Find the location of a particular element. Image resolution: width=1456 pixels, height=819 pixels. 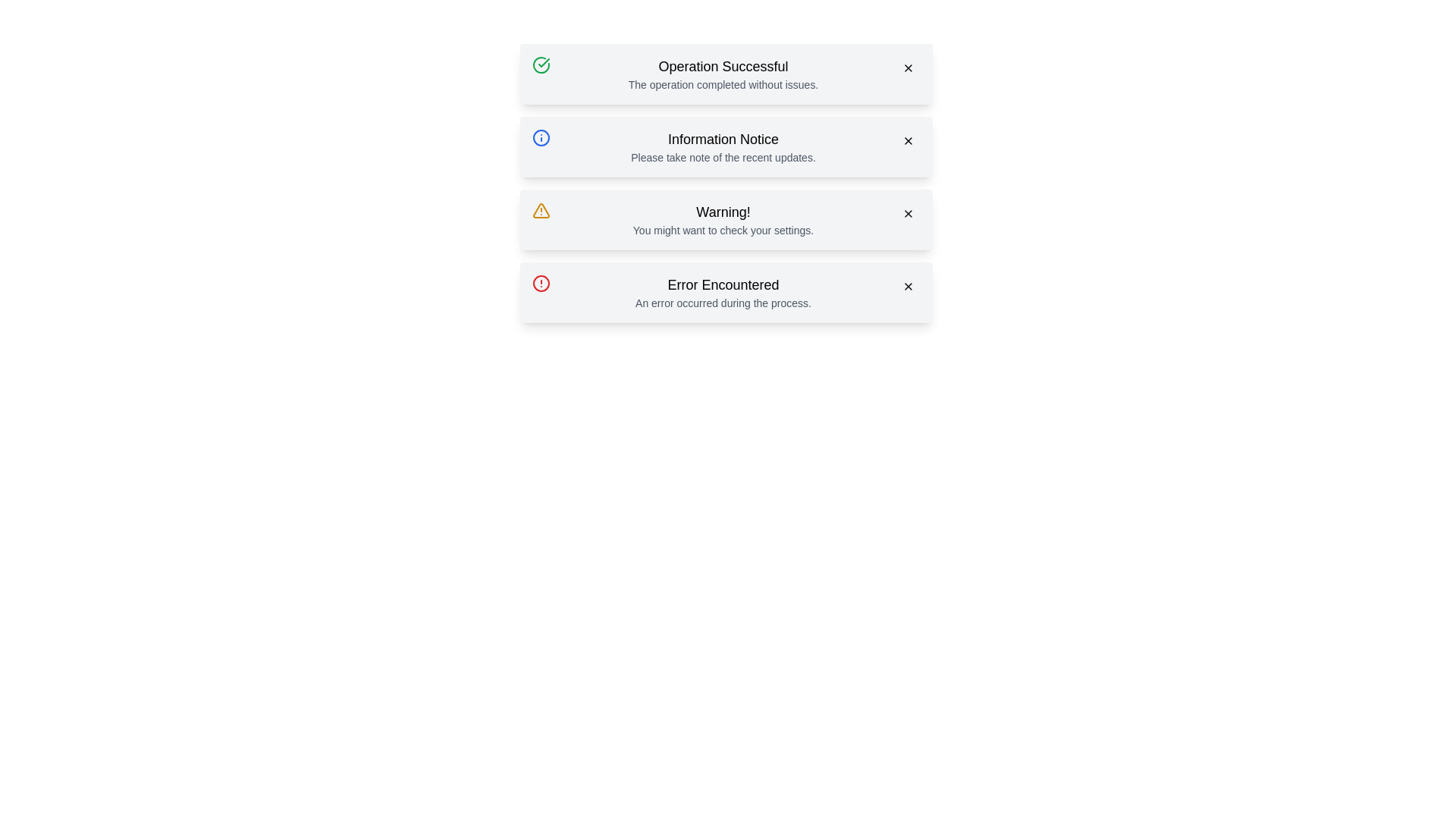

close button of the alert with the title Warning! is located at coordinates (908, 213).